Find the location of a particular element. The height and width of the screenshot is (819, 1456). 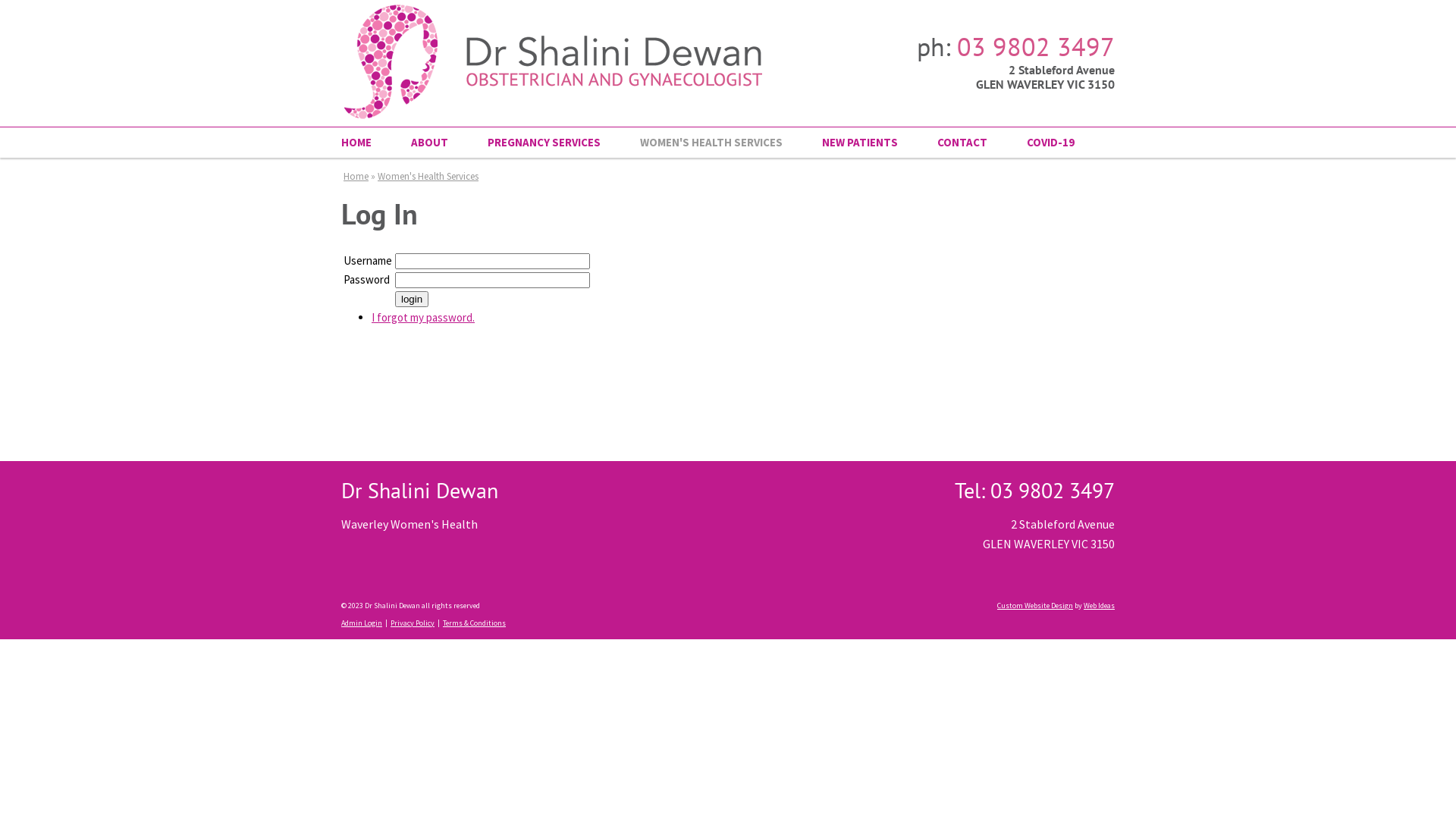

'login' is located at coordinates (395, 299).